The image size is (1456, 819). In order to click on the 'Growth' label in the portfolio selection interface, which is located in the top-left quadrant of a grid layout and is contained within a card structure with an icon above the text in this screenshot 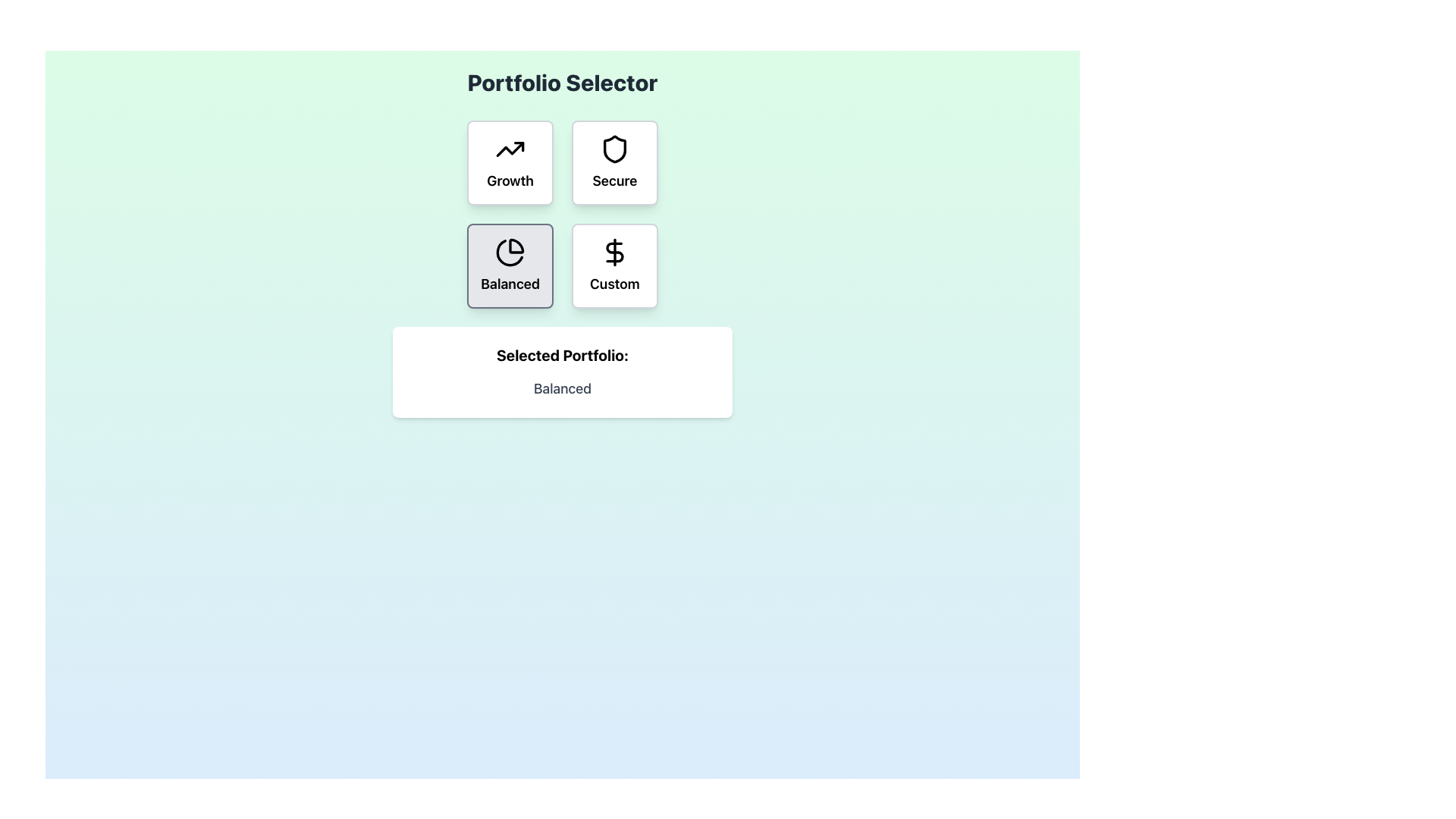, I will do `click(510, 180)`.